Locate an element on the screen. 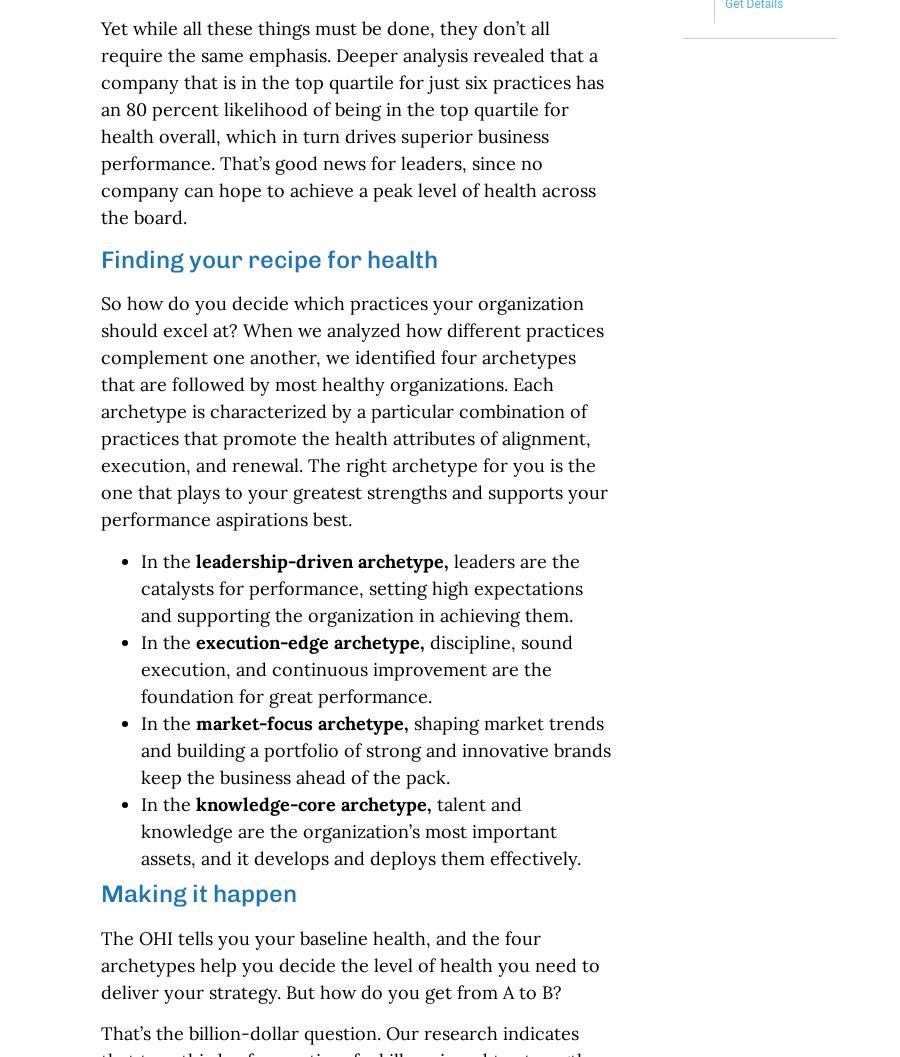  'Yet while all these things must be done, they don’t all require the same emphasis. Deeper analysis revealed that a company that is in the top quartile for just six practices has an 80 percent likelihood of being in the top quartile for health overall, which in turn drives superior business performance. That’s good news for leaders, since no company can hope to achieve a peak level of health across the board.' is located at coordinates (351, 122).